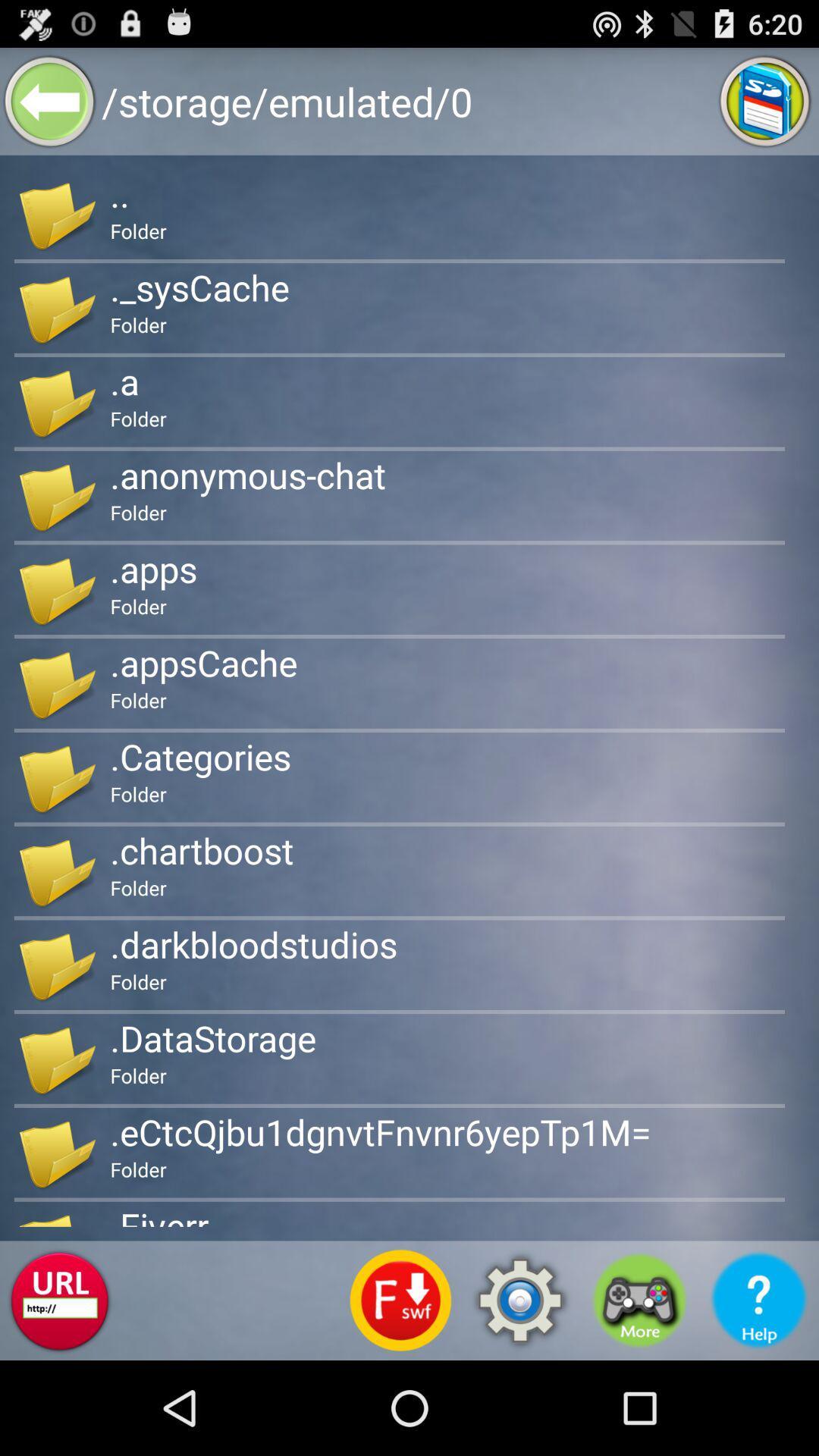  I want to click on the arrow_backward icon, so click(49, 108).